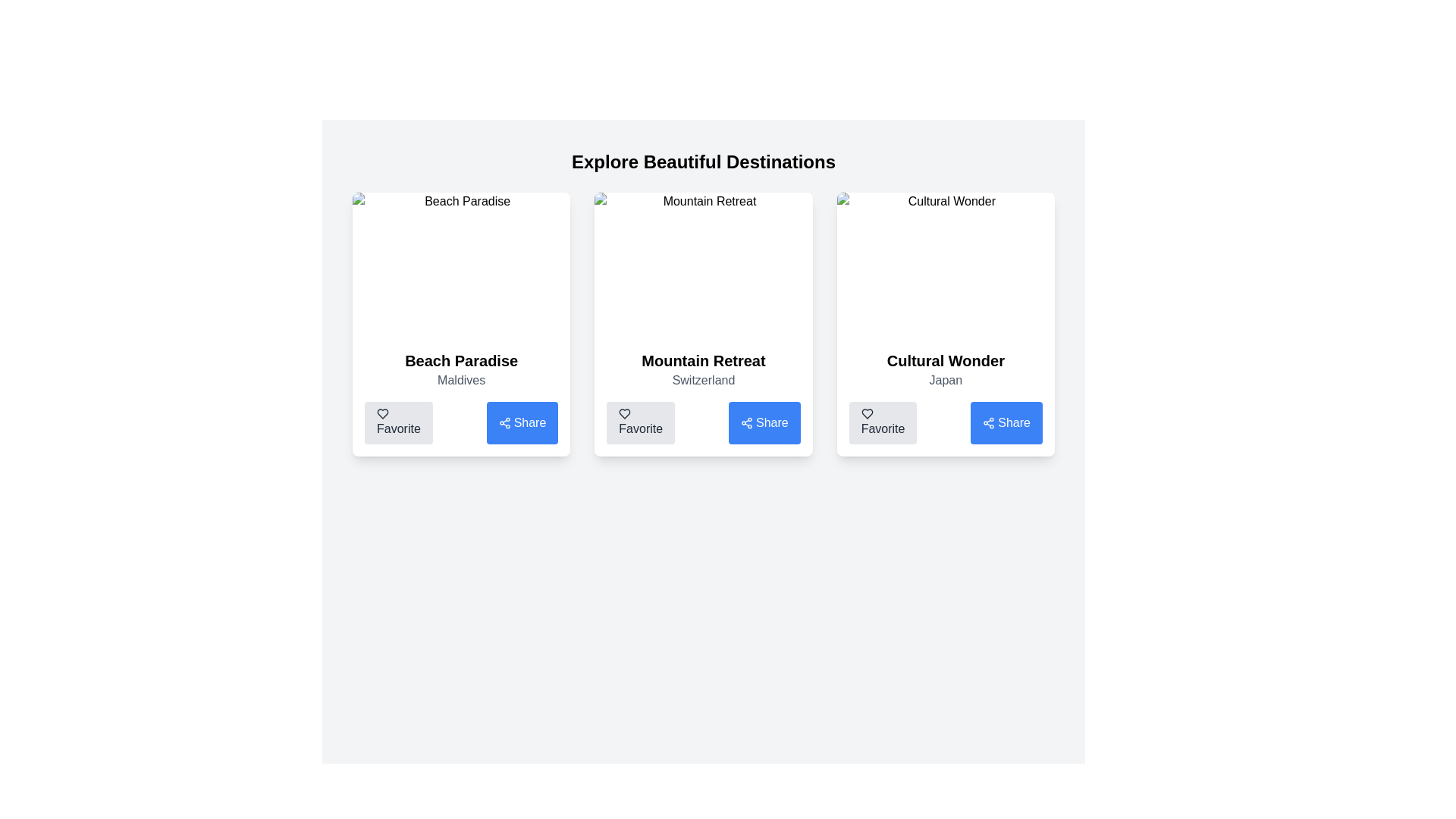  I want to click on the 'Favorite' icon button located at the bottom section of the 'Mountain Retreat' card to mark the associated content item as a favorite, so click(625, 414).